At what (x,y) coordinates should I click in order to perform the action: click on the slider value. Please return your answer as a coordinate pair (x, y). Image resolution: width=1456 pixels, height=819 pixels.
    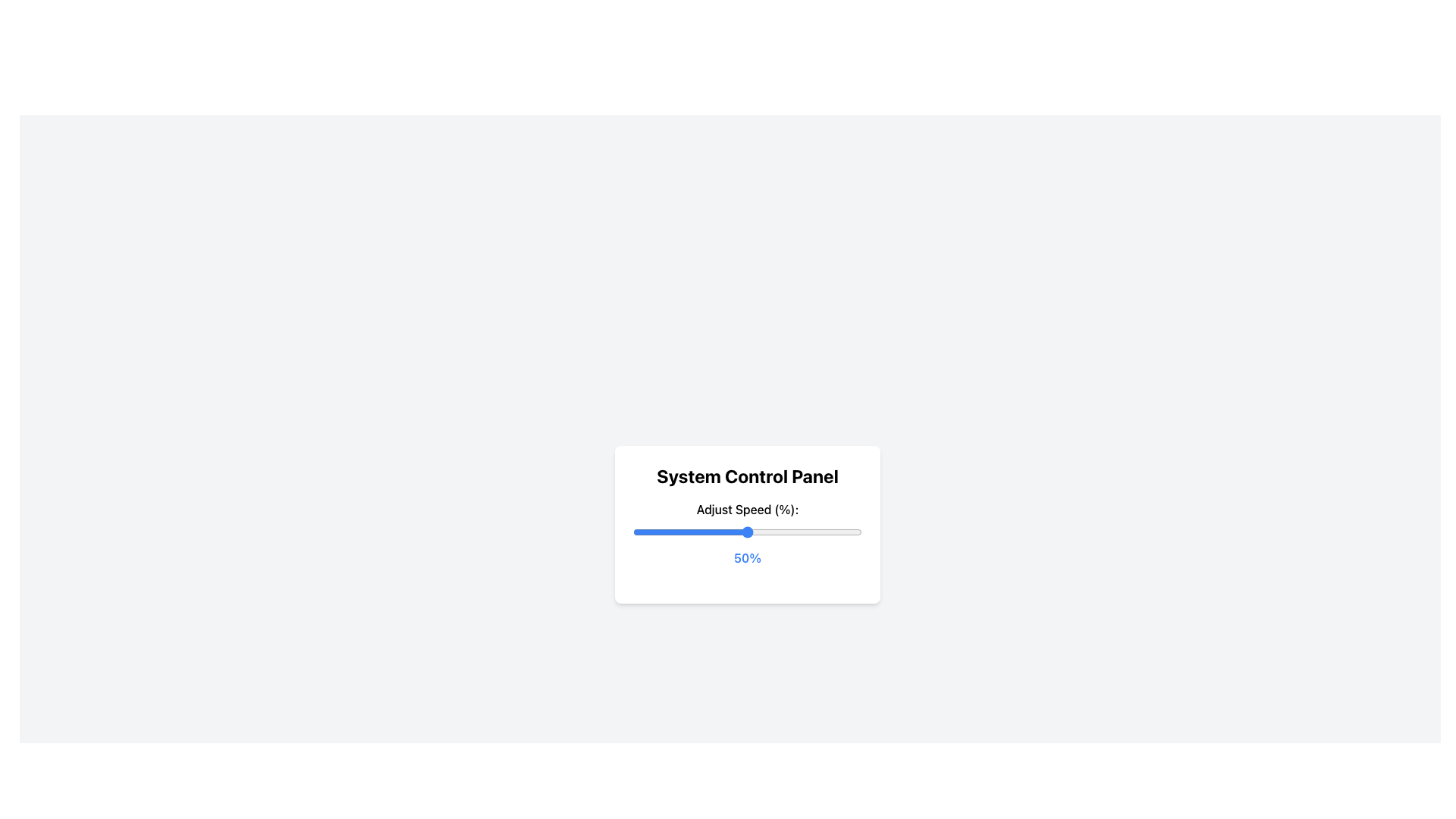
    Looking at the image, I should click on (680, 532).